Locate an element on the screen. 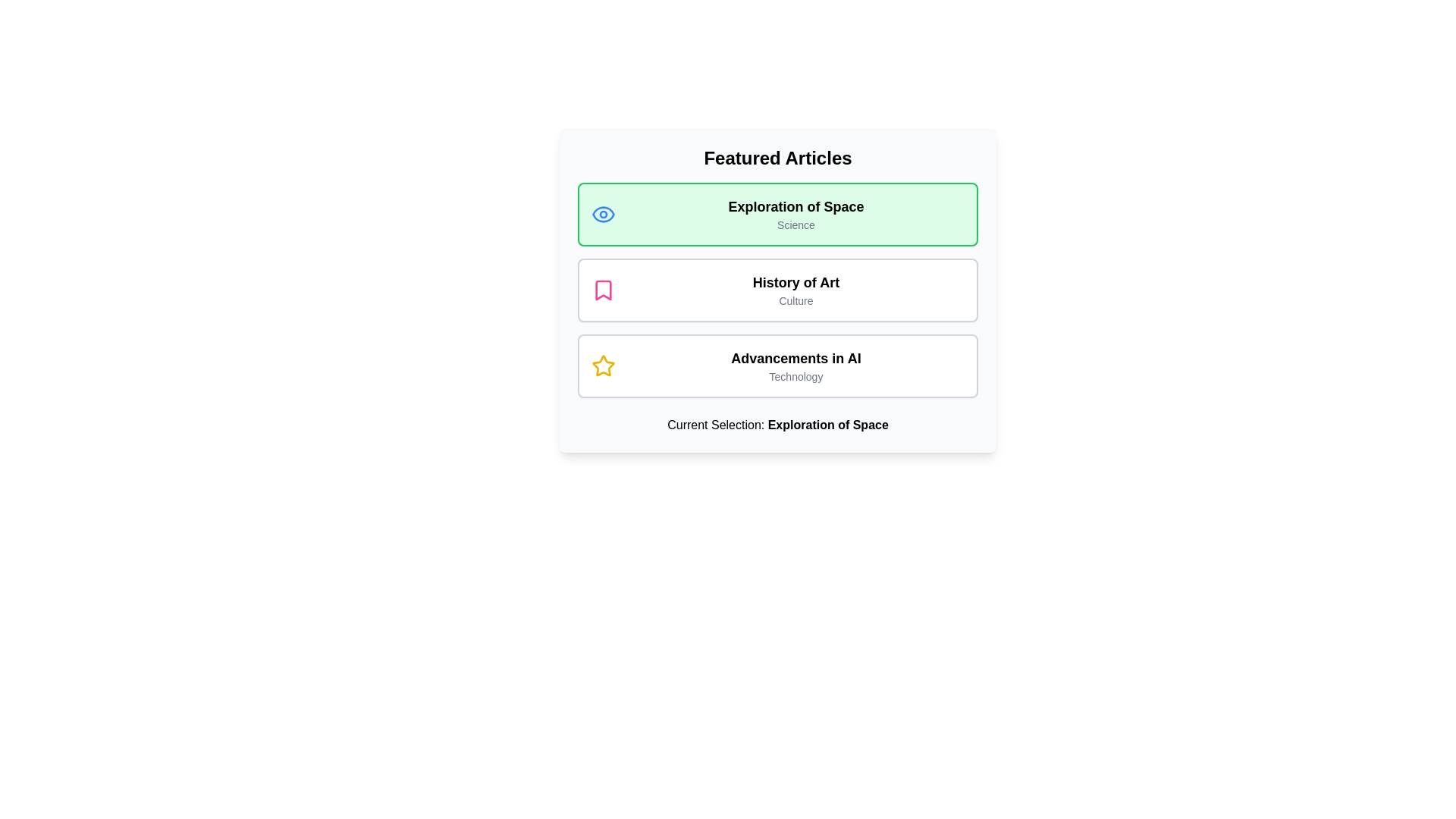 This screenshot has width=1456, height=819. the article Advancements in AI by clicking on its button is located at coordinates (778, 366).